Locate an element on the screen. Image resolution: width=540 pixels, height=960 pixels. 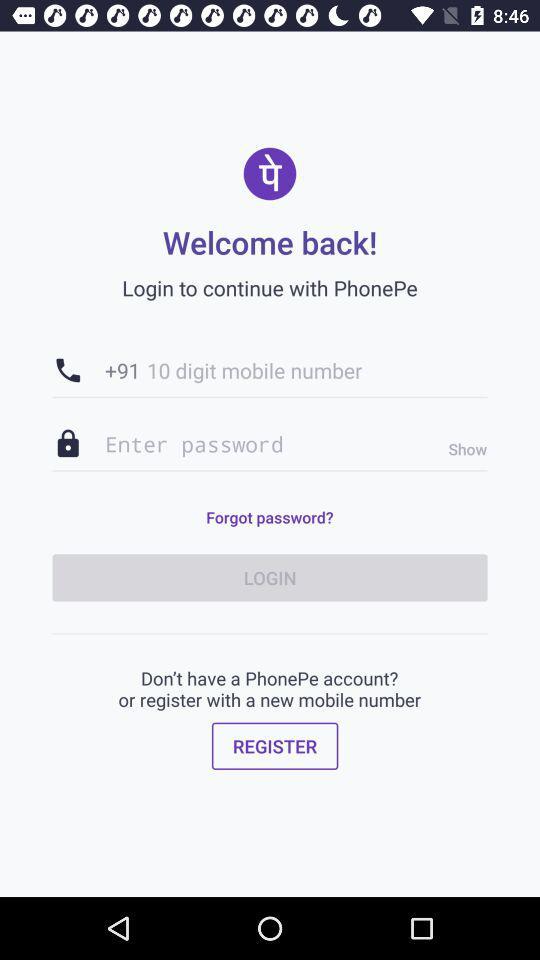
show item is located at coordinates (462, 449).